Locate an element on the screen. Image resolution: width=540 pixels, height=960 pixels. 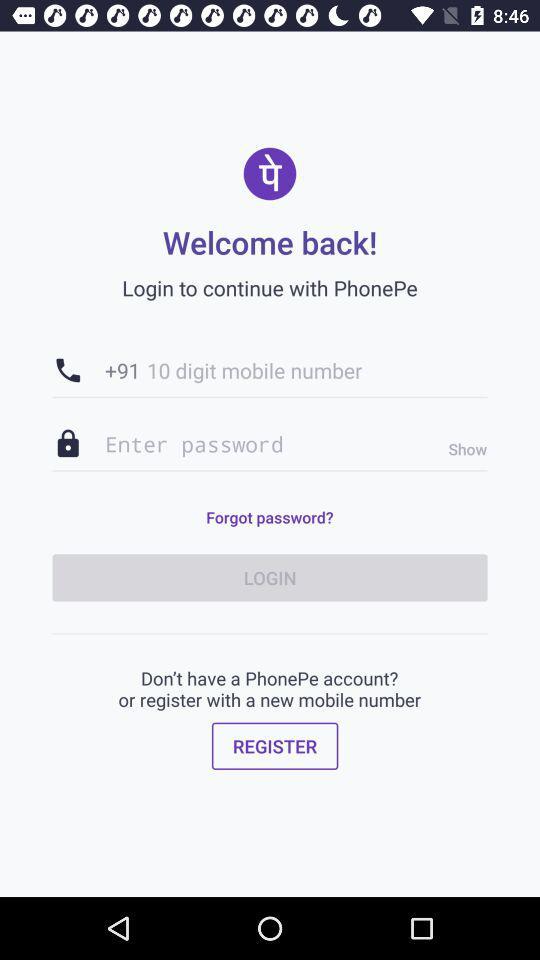
show item is located at coordinates (462, 449).